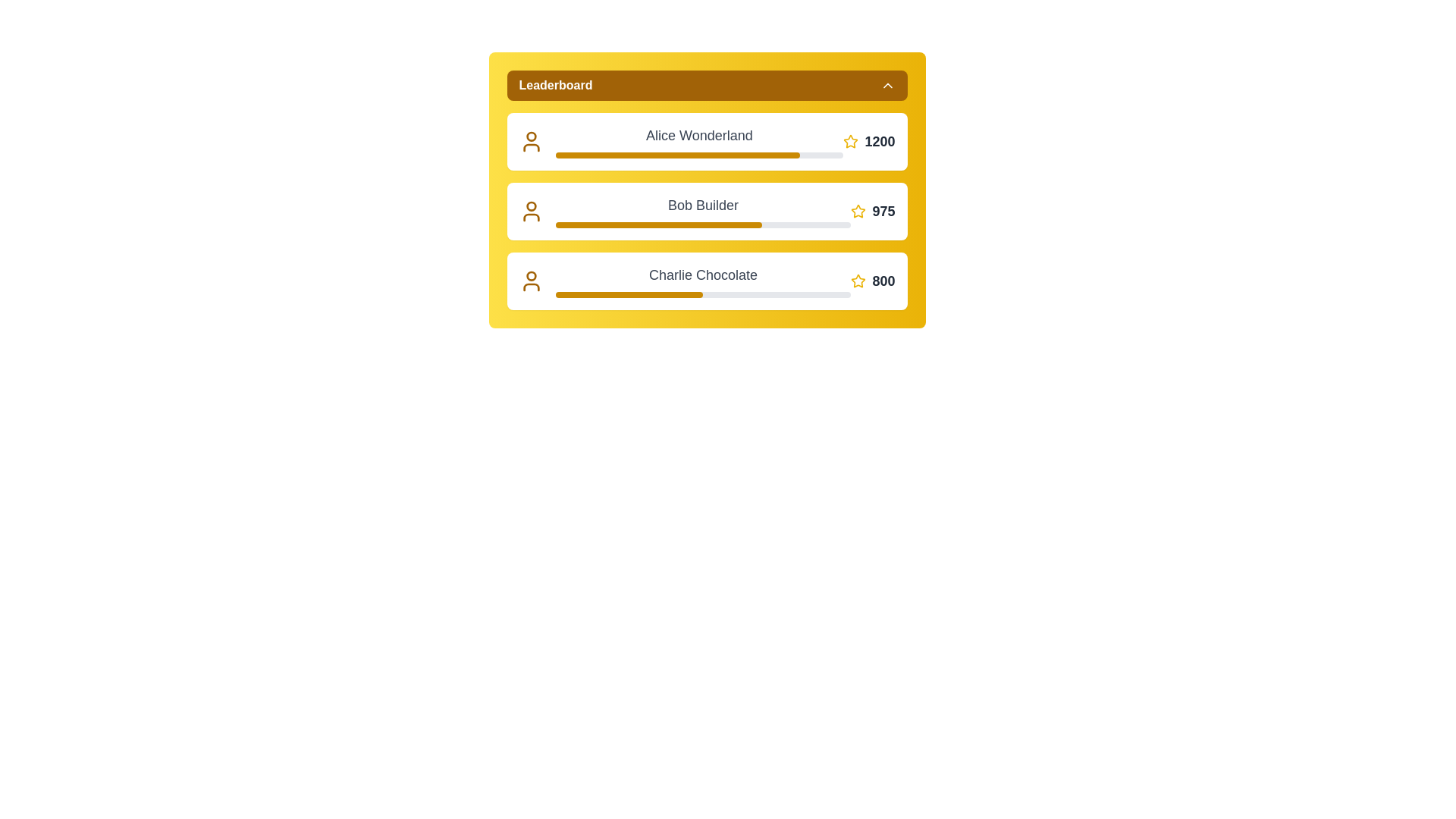 The width and height of the screenshot is (1456, 819). I want to click on the numerical score or rank Text Label for user 'Charlie Chocolate' in the leaderboard, located at the end of the corresponding row and aligned with the yellow star icon, so click(883, 281).